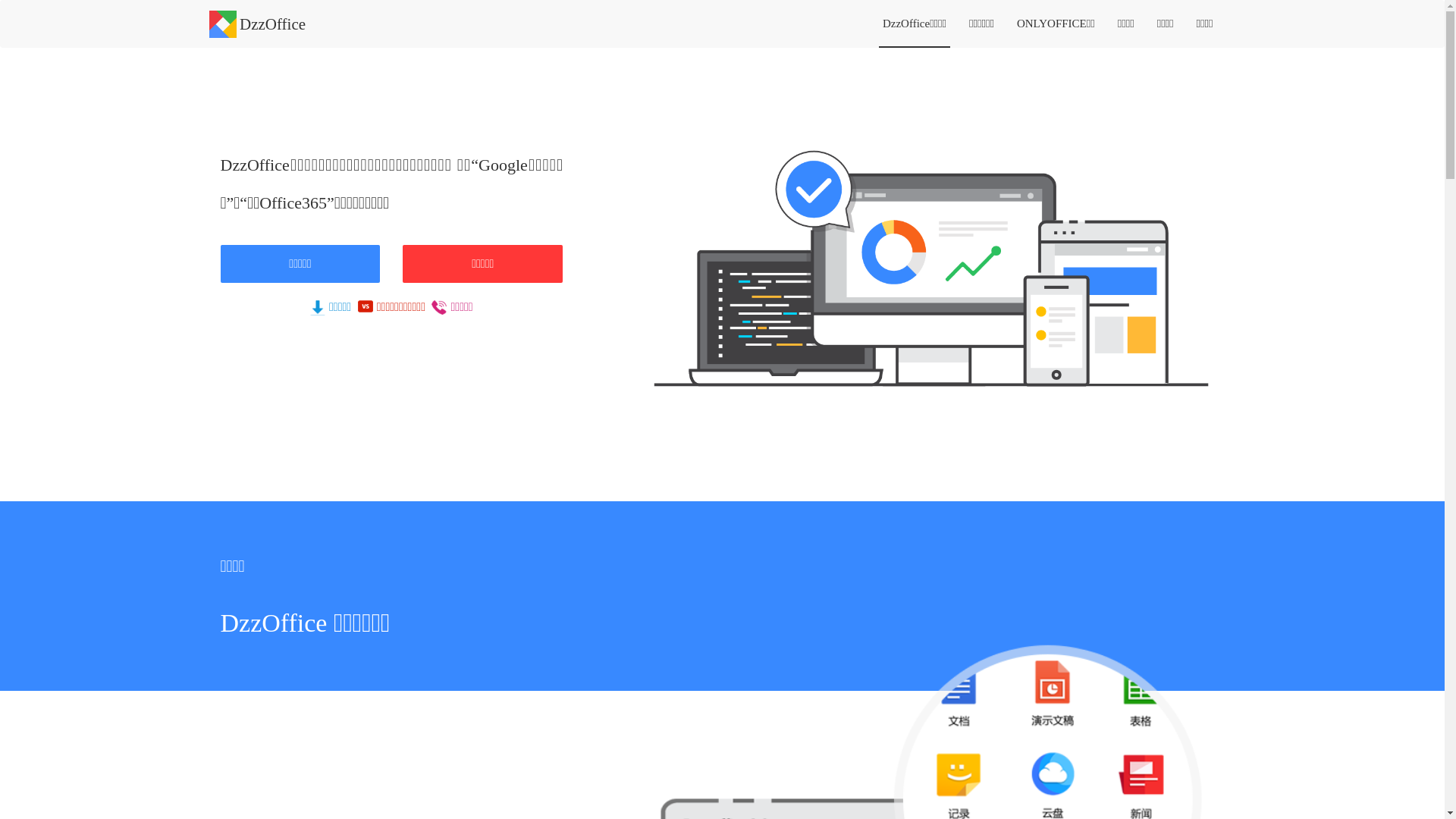 This screenshot has width=1456, height=819. Describe the element at coordinates (258, 18) in the screenshot. I see `'DzzOffice'` at that location.